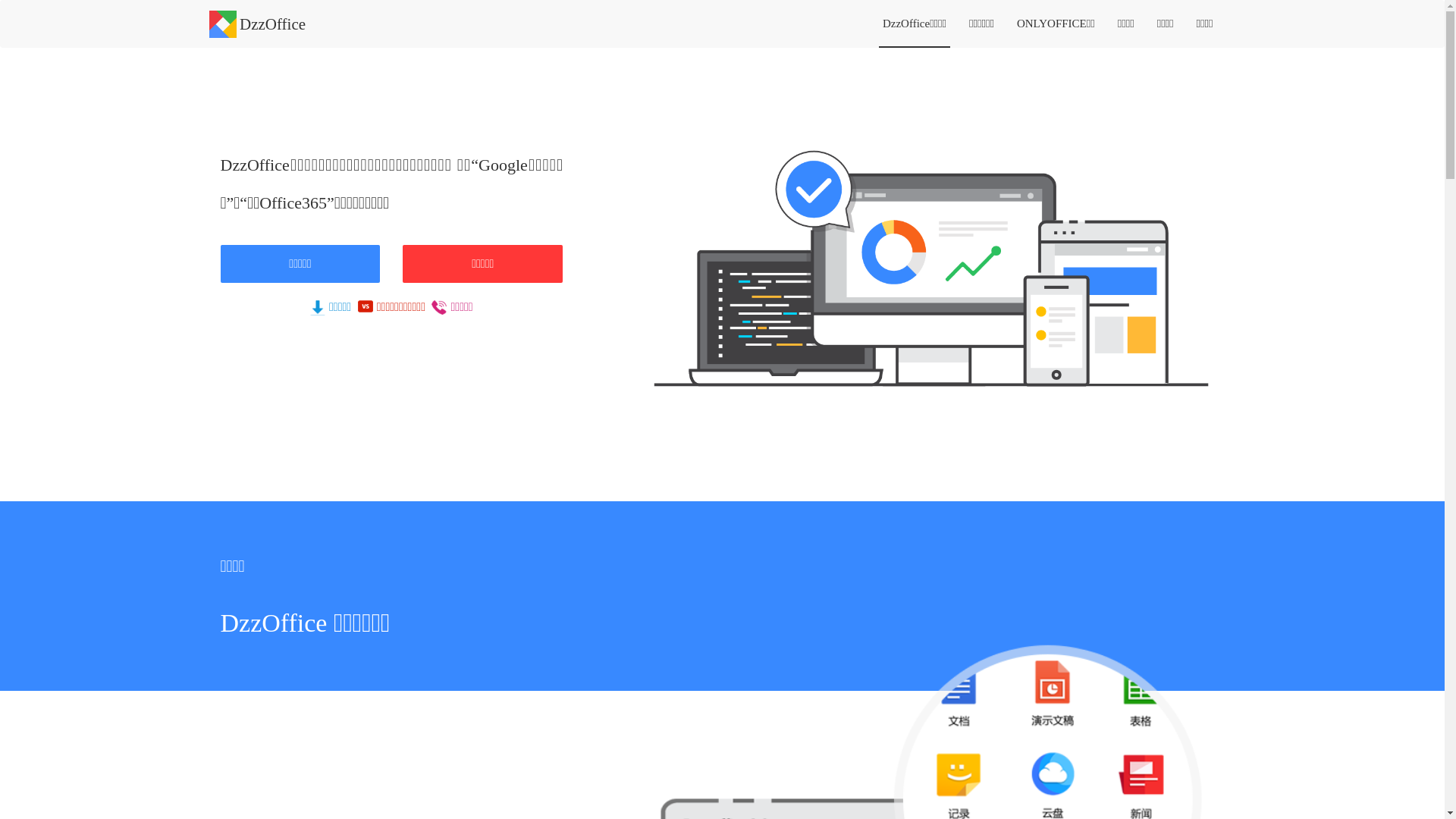 This screenshot has width=1456, height=819. Describe the element at coordinates (258, 18) in the screenshot. I see `'DzzOffice'` at that location.